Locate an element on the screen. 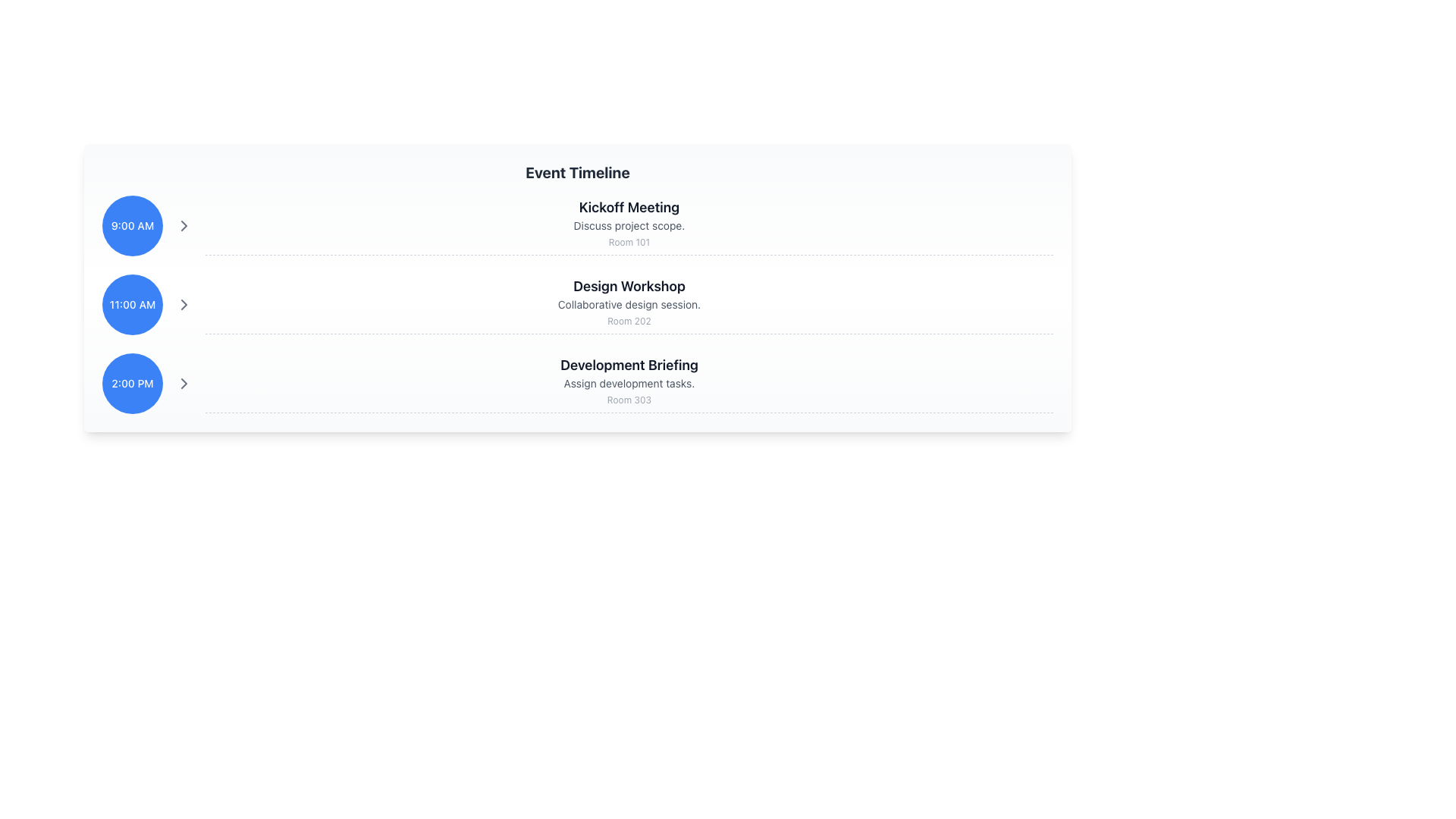  the text label that serves as the title for the meeting details occurring at 9:00 AM, positioned at the top of the section labeled '9:00 AM' is located at coordinates (629, 207).